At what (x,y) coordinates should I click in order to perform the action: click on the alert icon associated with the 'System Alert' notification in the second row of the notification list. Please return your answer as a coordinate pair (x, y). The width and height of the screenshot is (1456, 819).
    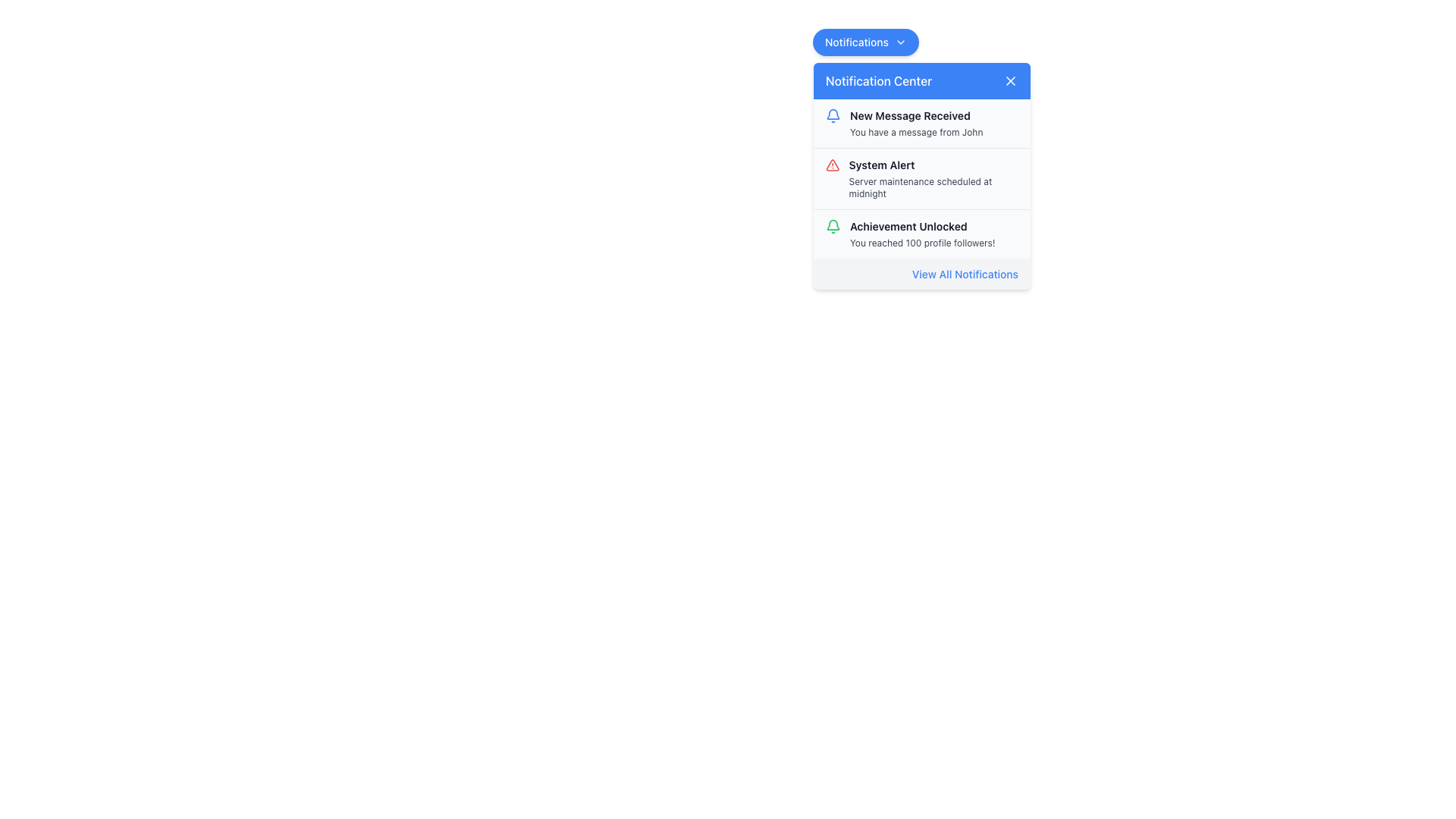
    Looking at the image, I should click on (832, 165).